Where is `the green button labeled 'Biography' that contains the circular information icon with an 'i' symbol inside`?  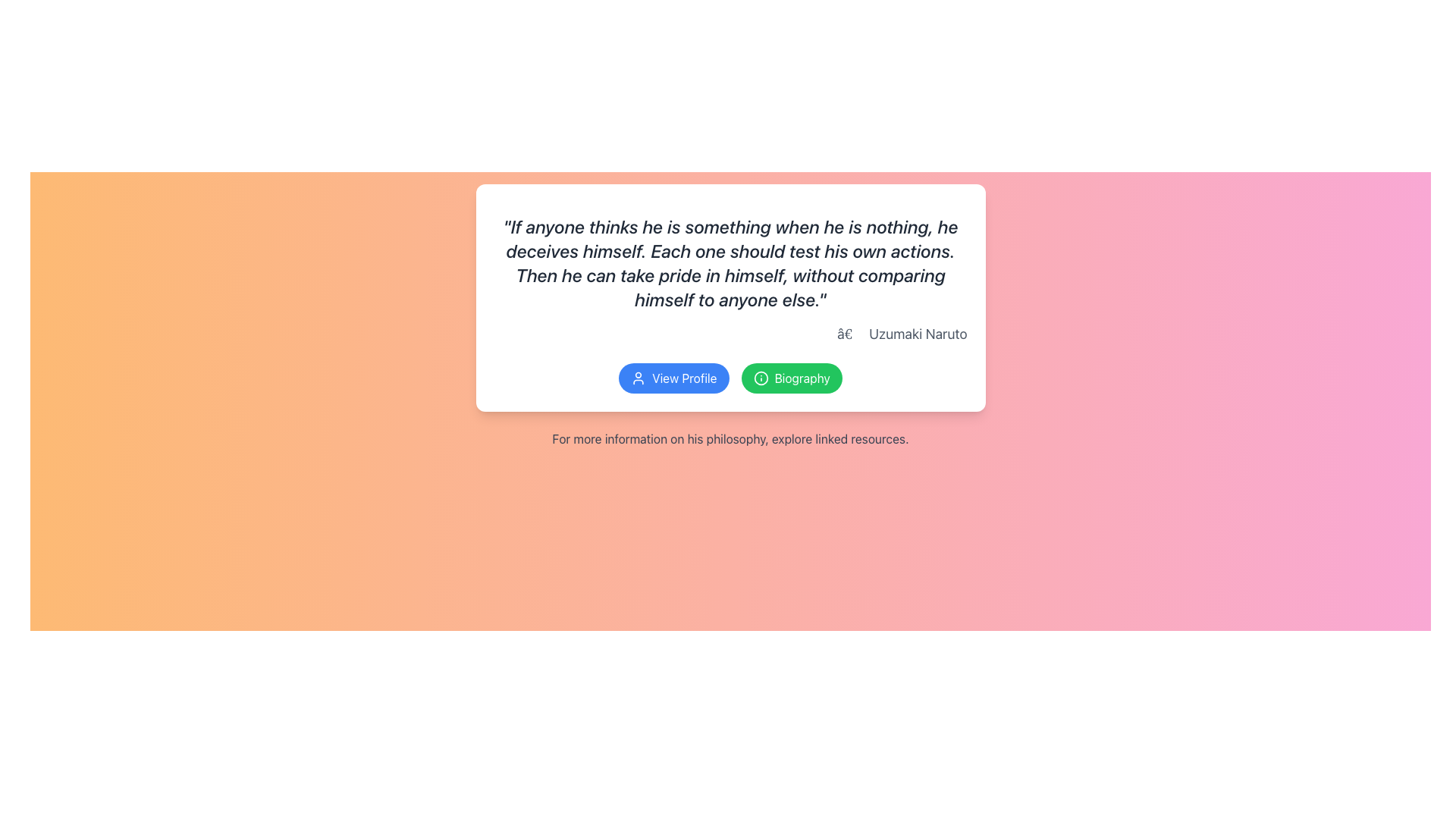
the green button labeled 'Biography' that contains the circular information icon with an 'i' symbol inside is located at coordinates (761, 377).